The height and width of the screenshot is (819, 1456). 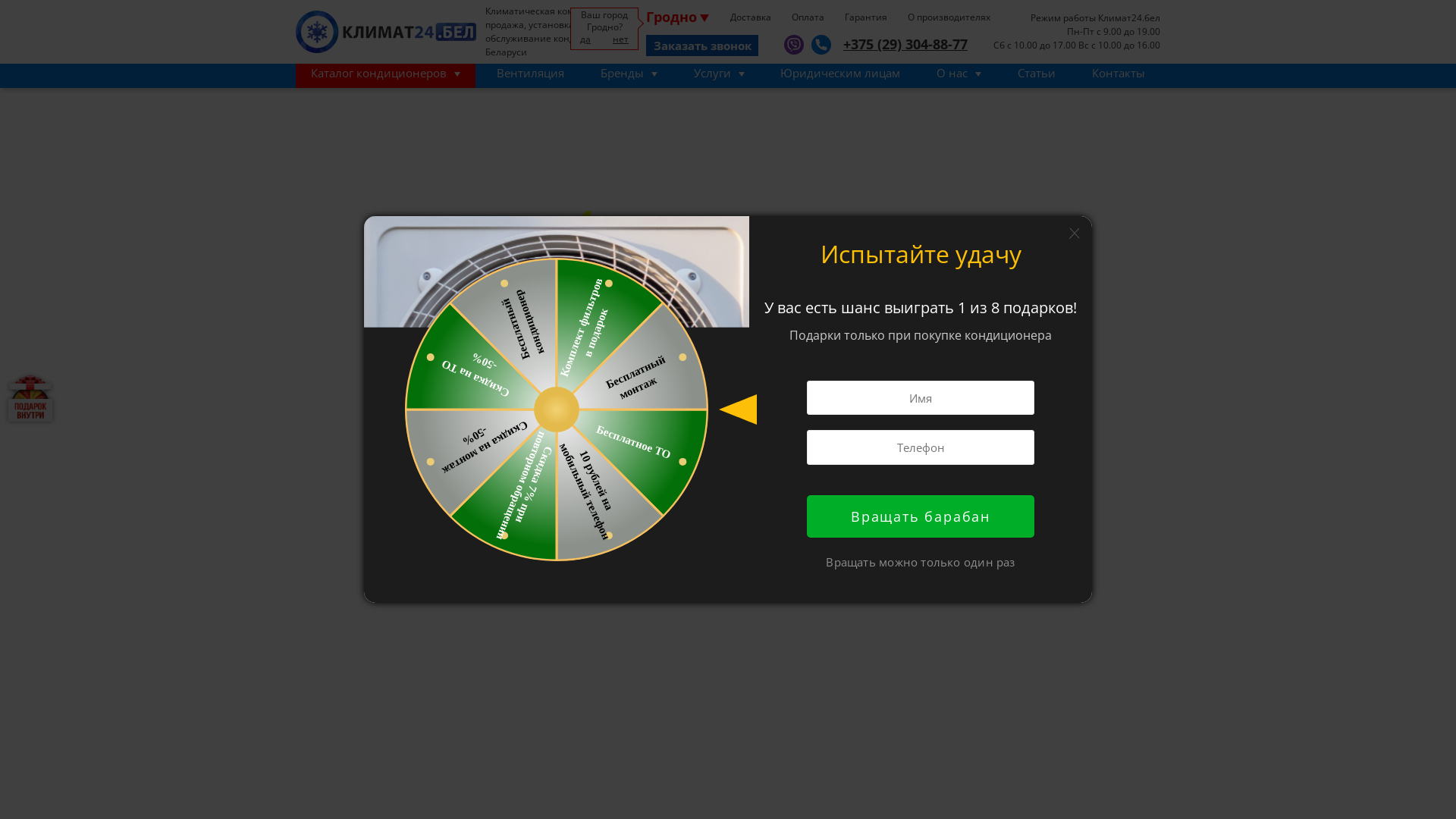 I want to click on '+375 (29) 304-88-77', so click(x=899, y=43).